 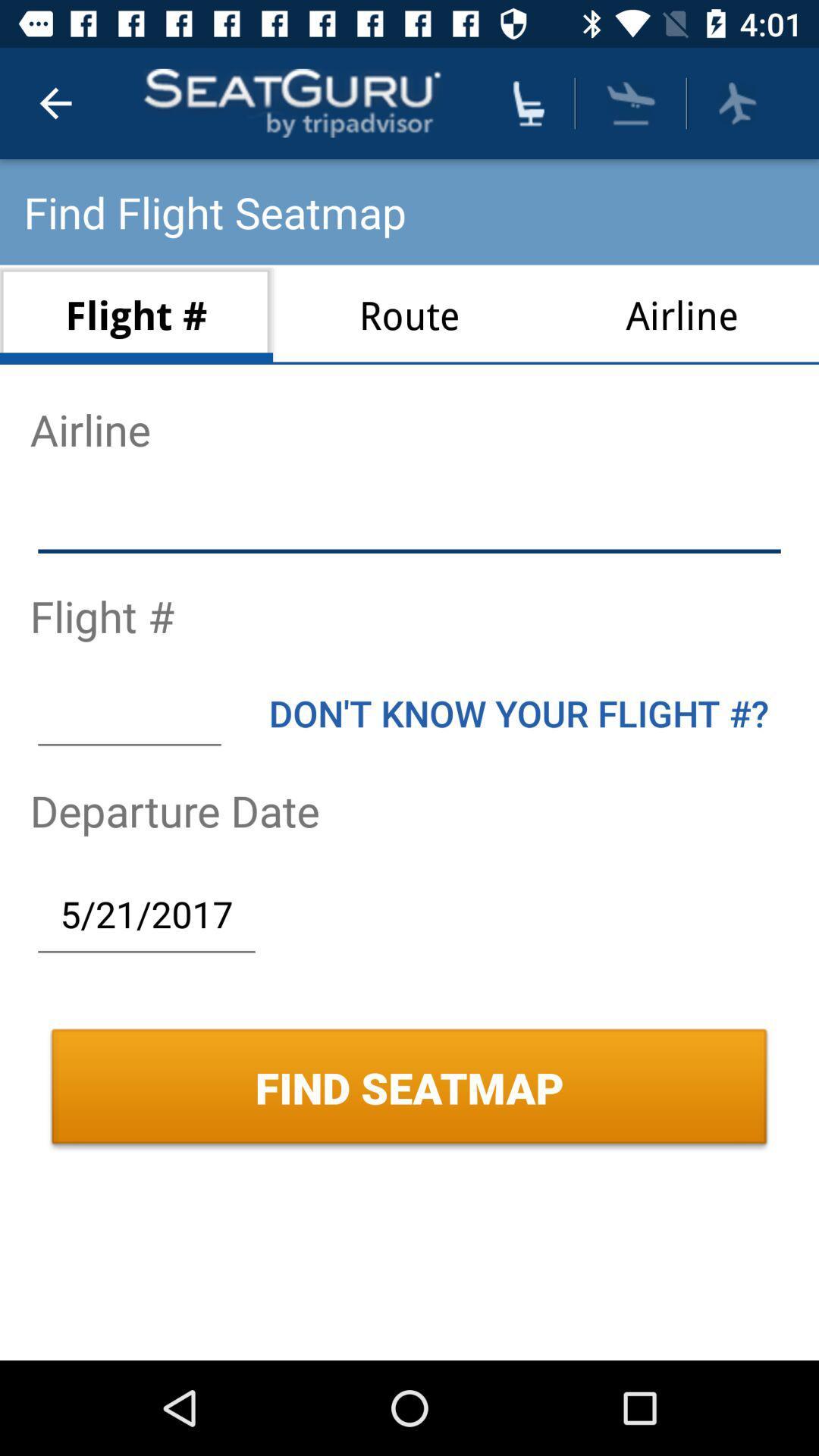 What do you see at coordinates (518, 712) in the screenshot?
I see `the don t know` at bounding box center [518, 712].